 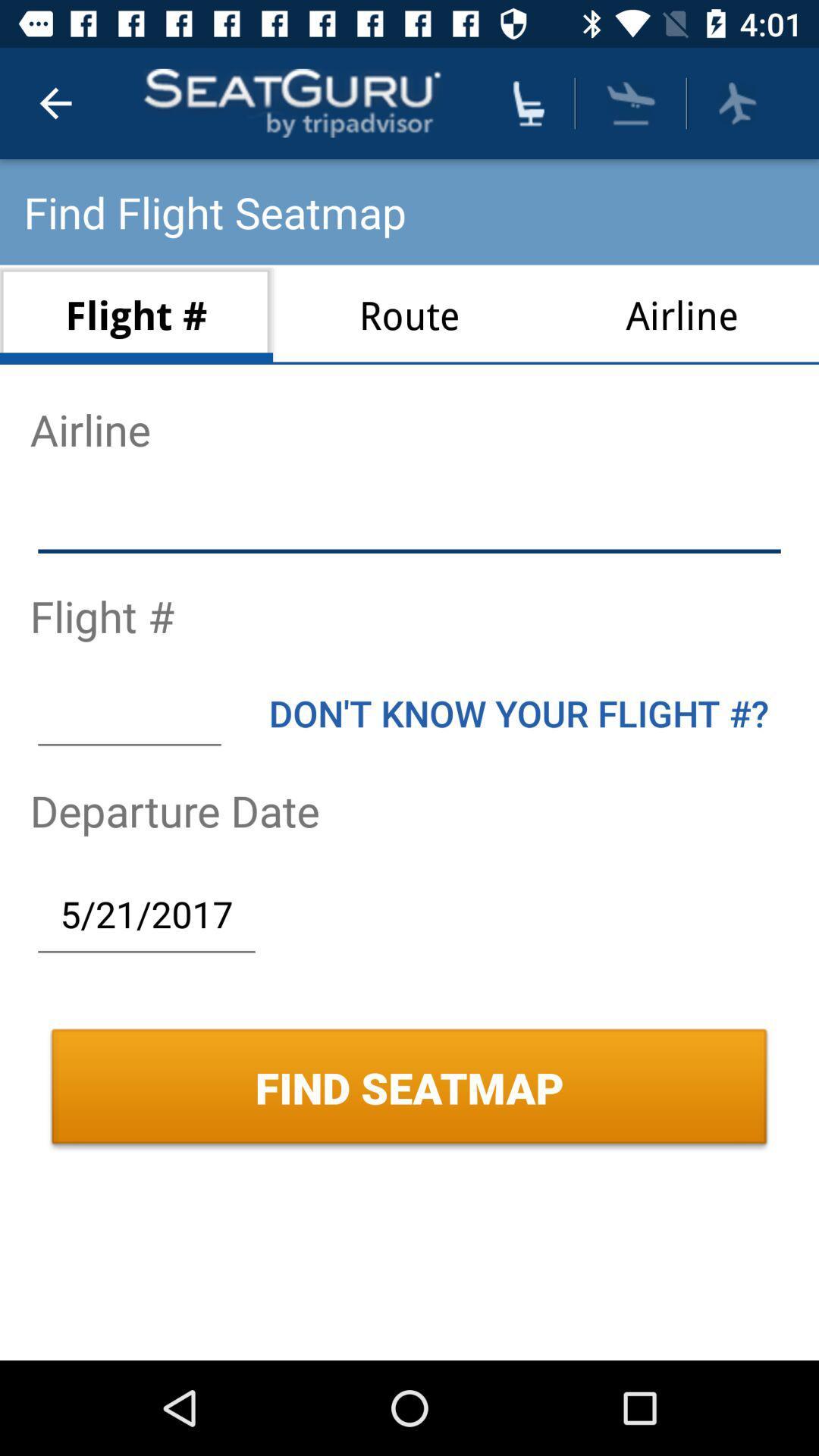 What do you see at coordinates (518, 712) in the screenshot?
I see `the don t know` at bounding box center [518, 712].